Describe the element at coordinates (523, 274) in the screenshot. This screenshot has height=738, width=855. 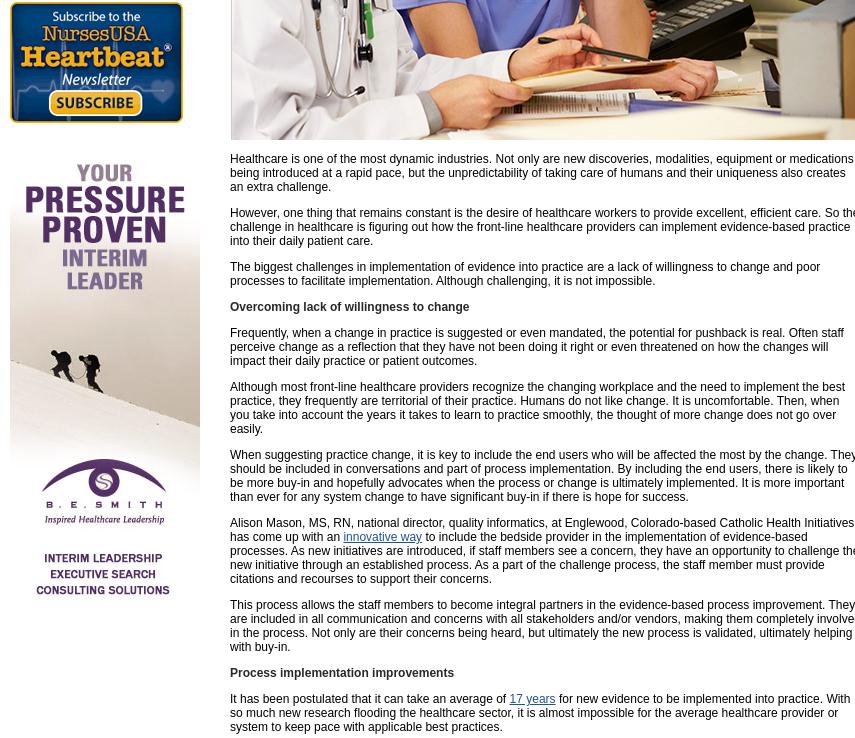
I see `'The biggest challenges in implementation of evidence into practice are a lack of willingness to change and poor processes to facilitate implementation. Although challenging, it is not impossible.'` at that location.